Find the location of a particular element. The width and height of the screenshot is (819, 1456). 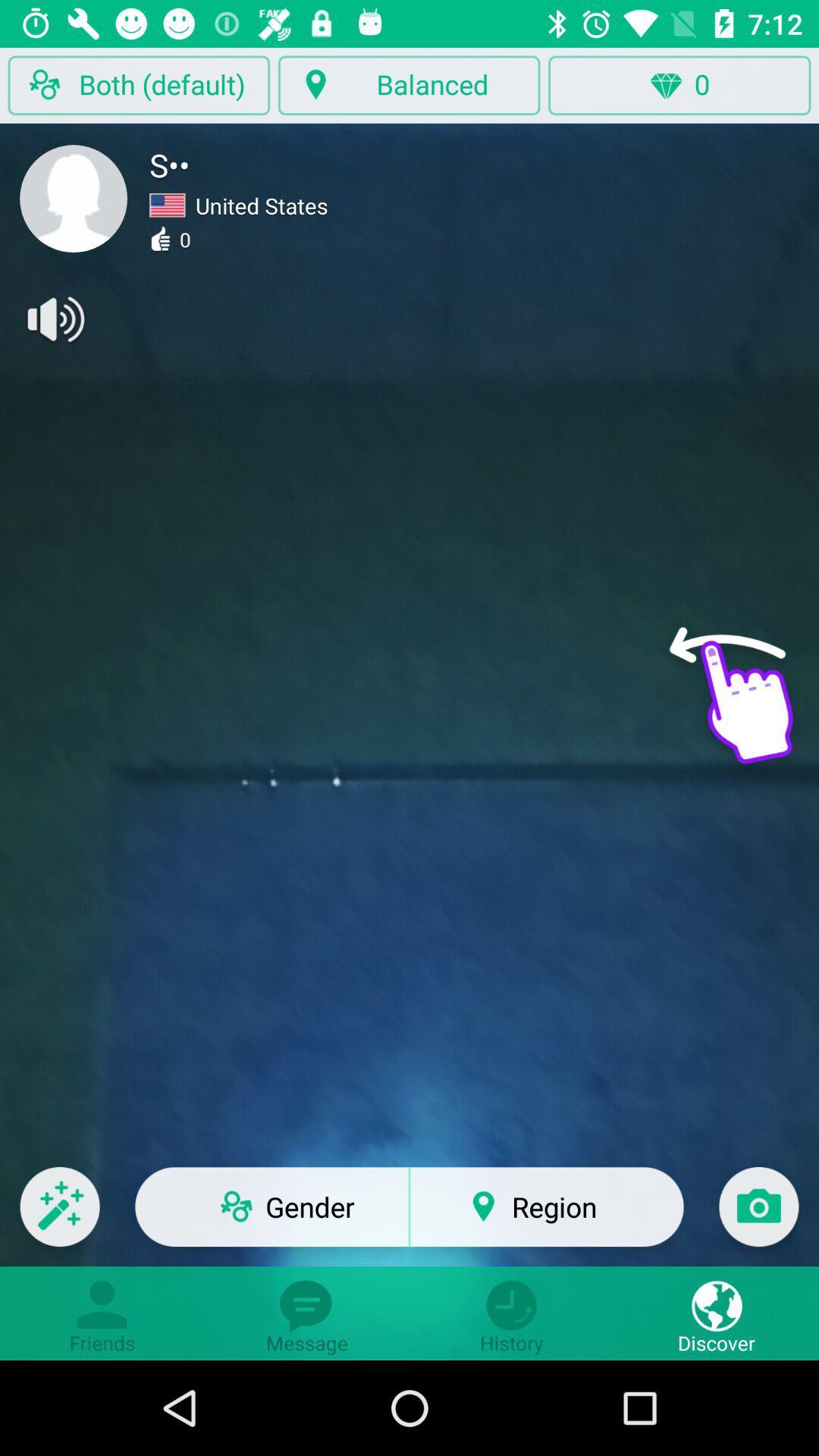

the profile which is in the left top is located at coordinates (73, 198).